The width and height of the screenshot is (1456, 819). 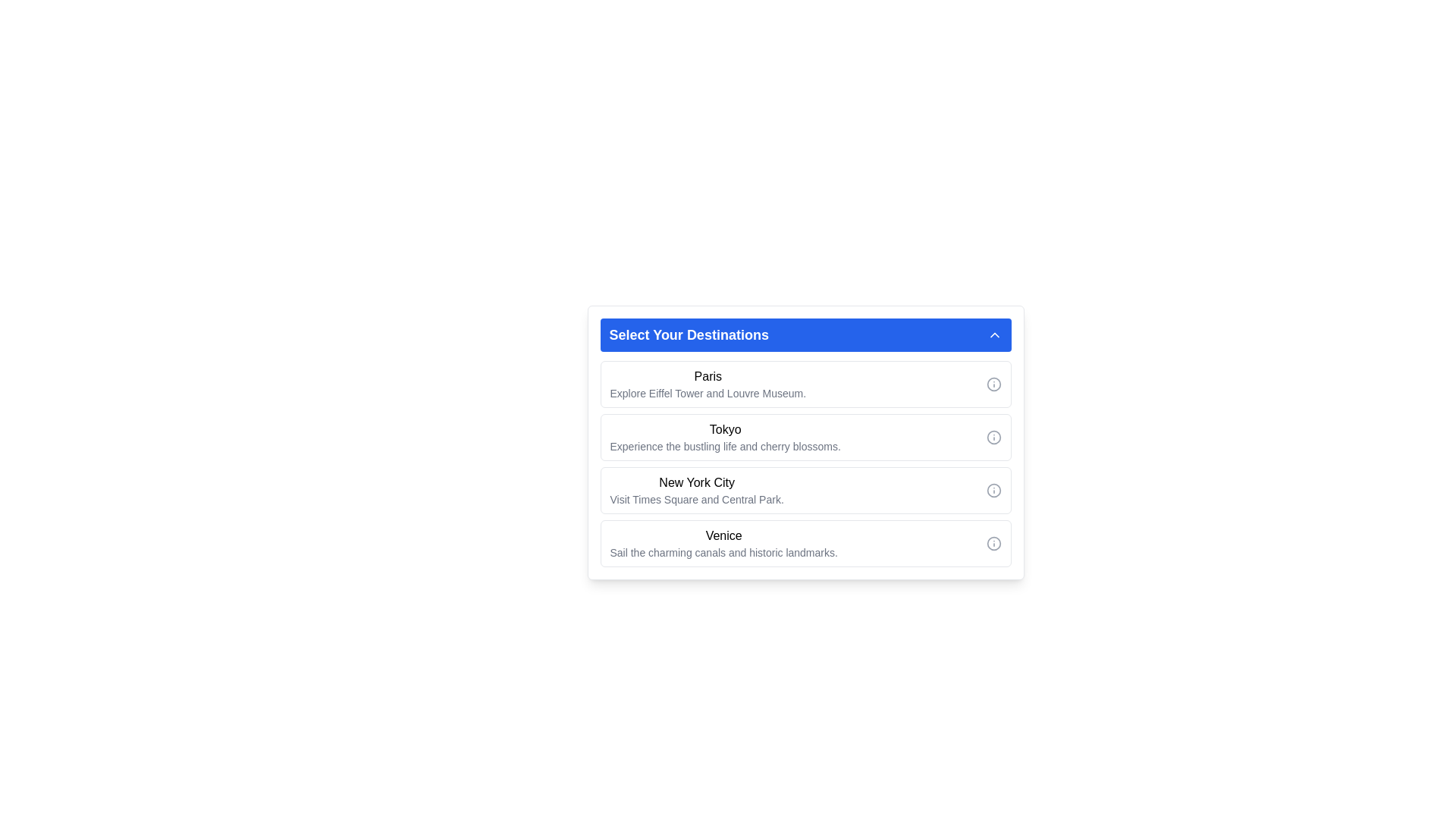 I want to click on the selectable destination option labeled 'Tokyo', so click(x=805, y=458).